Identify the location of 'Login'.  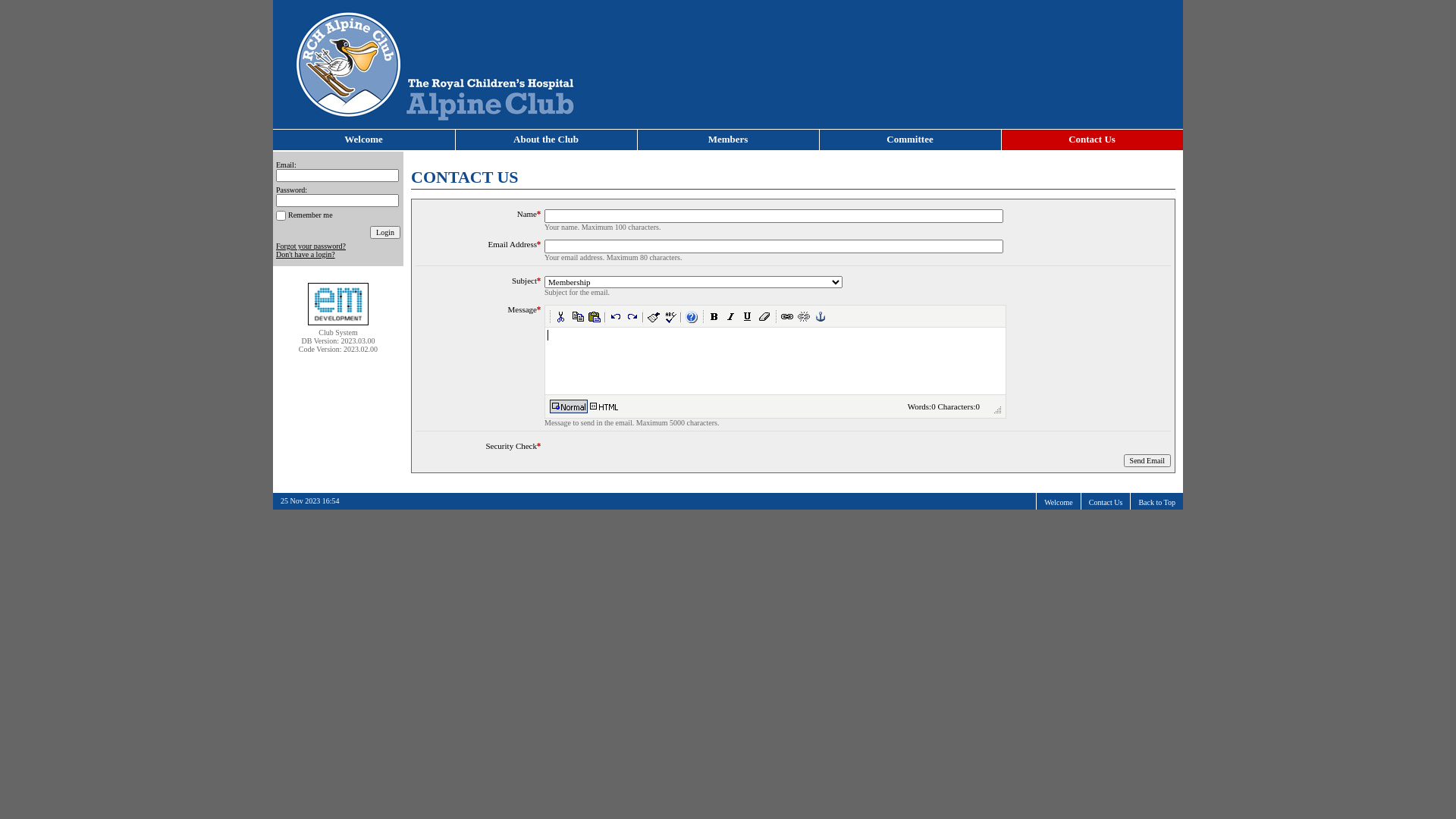
(385, 232).